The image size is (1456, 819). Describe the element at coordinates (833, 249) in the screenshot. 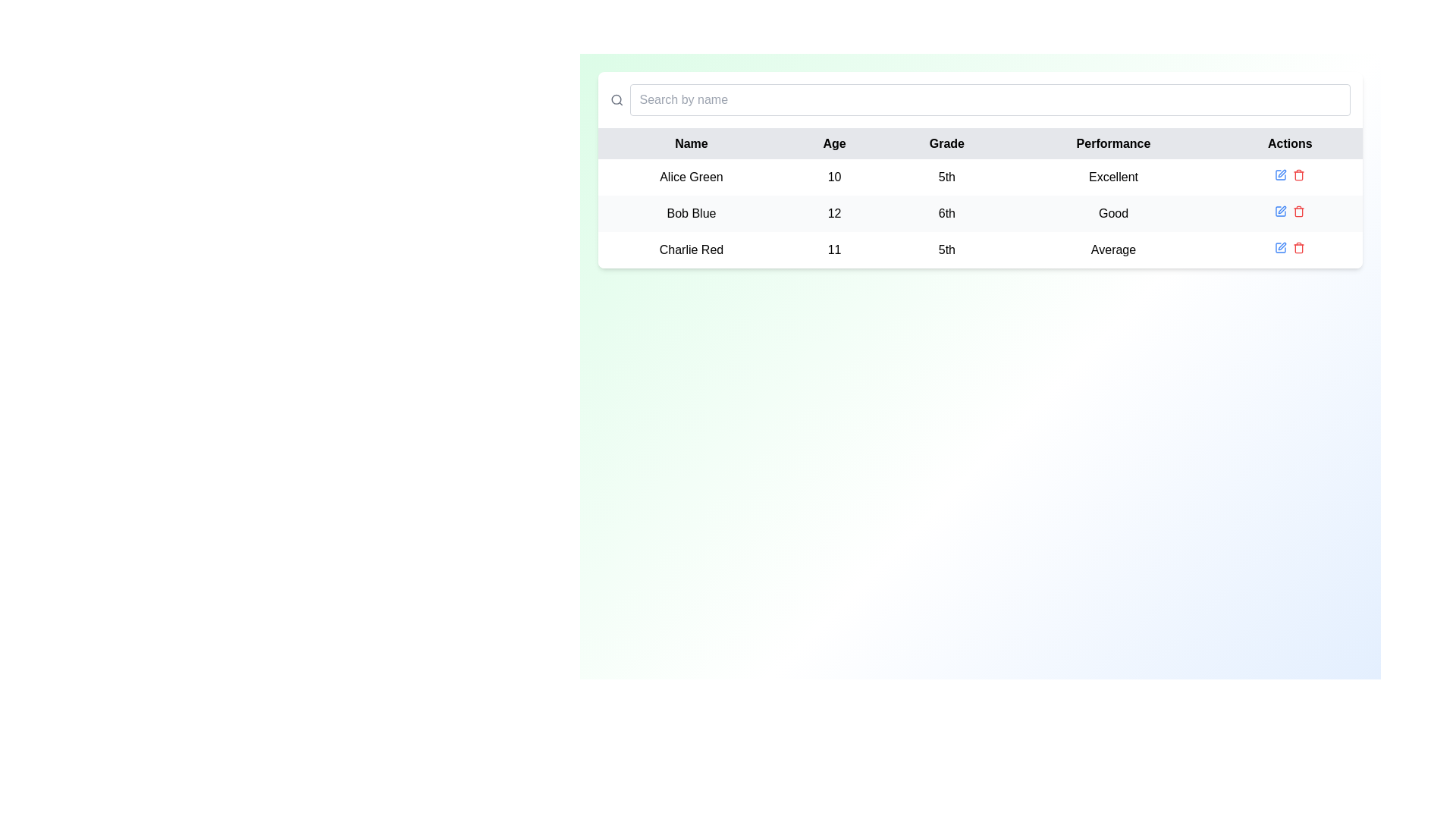

I see `the text display showing '11' in the 'Age' column of the table associated with 'Charlie Red'` at that location.